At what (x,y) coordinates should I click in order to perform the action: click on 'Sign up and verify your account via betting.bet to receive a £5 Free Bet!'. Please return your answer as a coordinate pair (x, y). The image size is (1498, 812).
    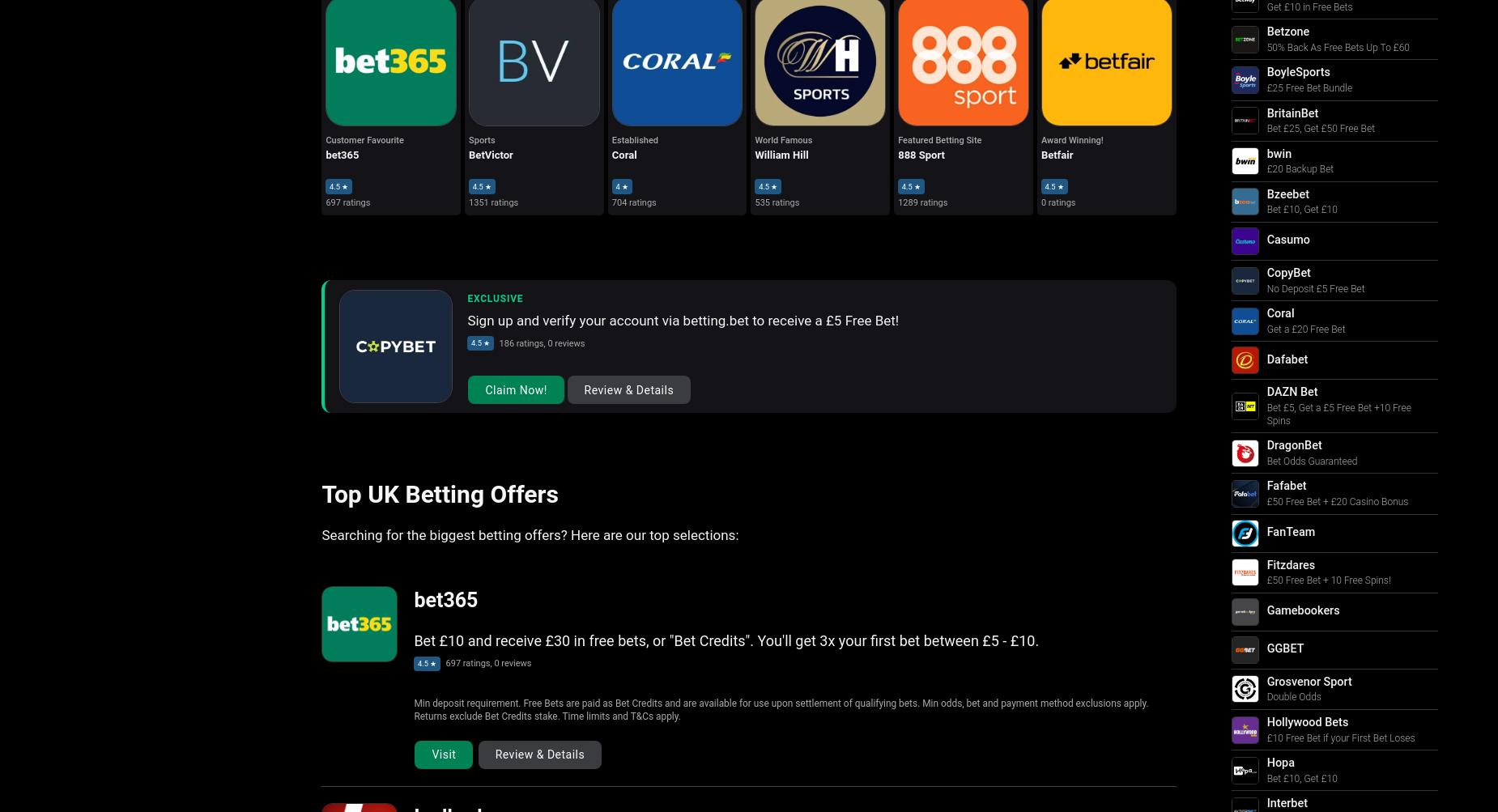
    Looking at the image, I should click on (683, 319).